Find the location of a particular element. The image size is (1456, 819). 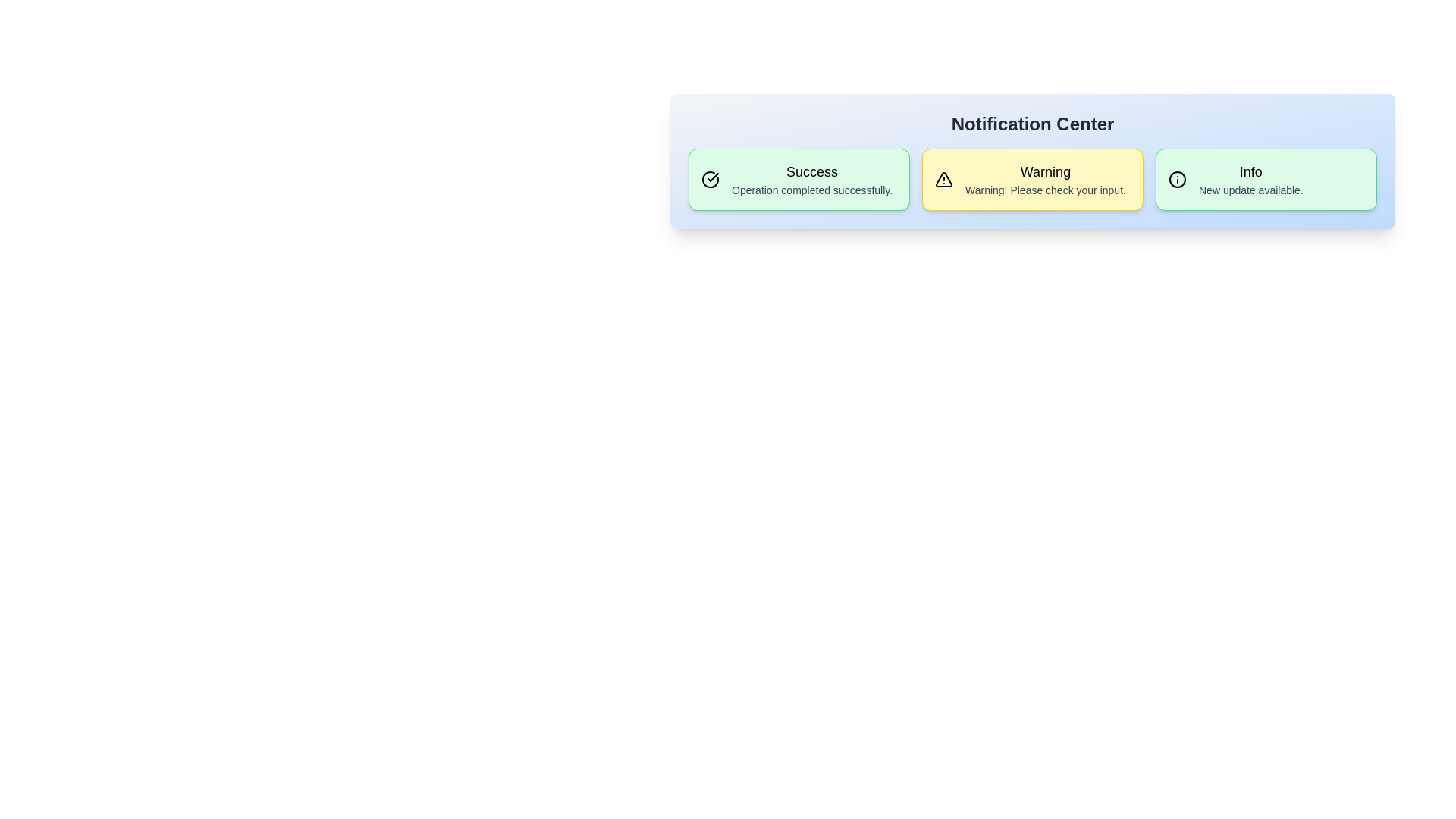

the notification card corresponding to Warning is located at coordinates (1032, 178).